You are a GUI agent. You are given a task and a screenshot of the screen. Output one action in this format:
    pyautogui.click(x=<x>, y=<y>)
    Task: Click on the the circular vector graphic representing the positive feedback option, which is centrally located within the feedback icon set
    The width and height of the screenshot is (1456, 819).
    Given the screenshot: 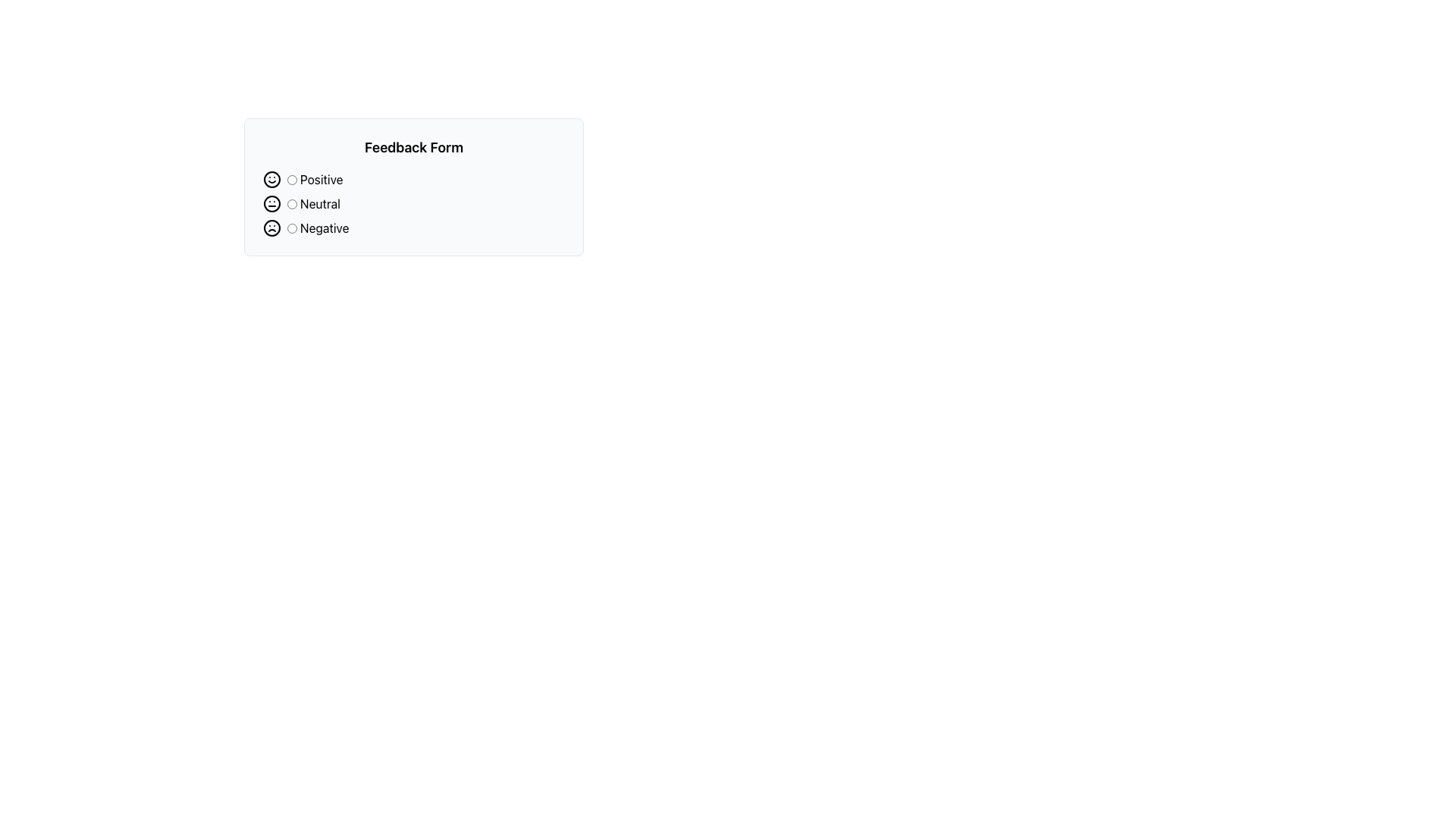 What is the action you would take?
    pyautogui.click(x=272, y=178)
    